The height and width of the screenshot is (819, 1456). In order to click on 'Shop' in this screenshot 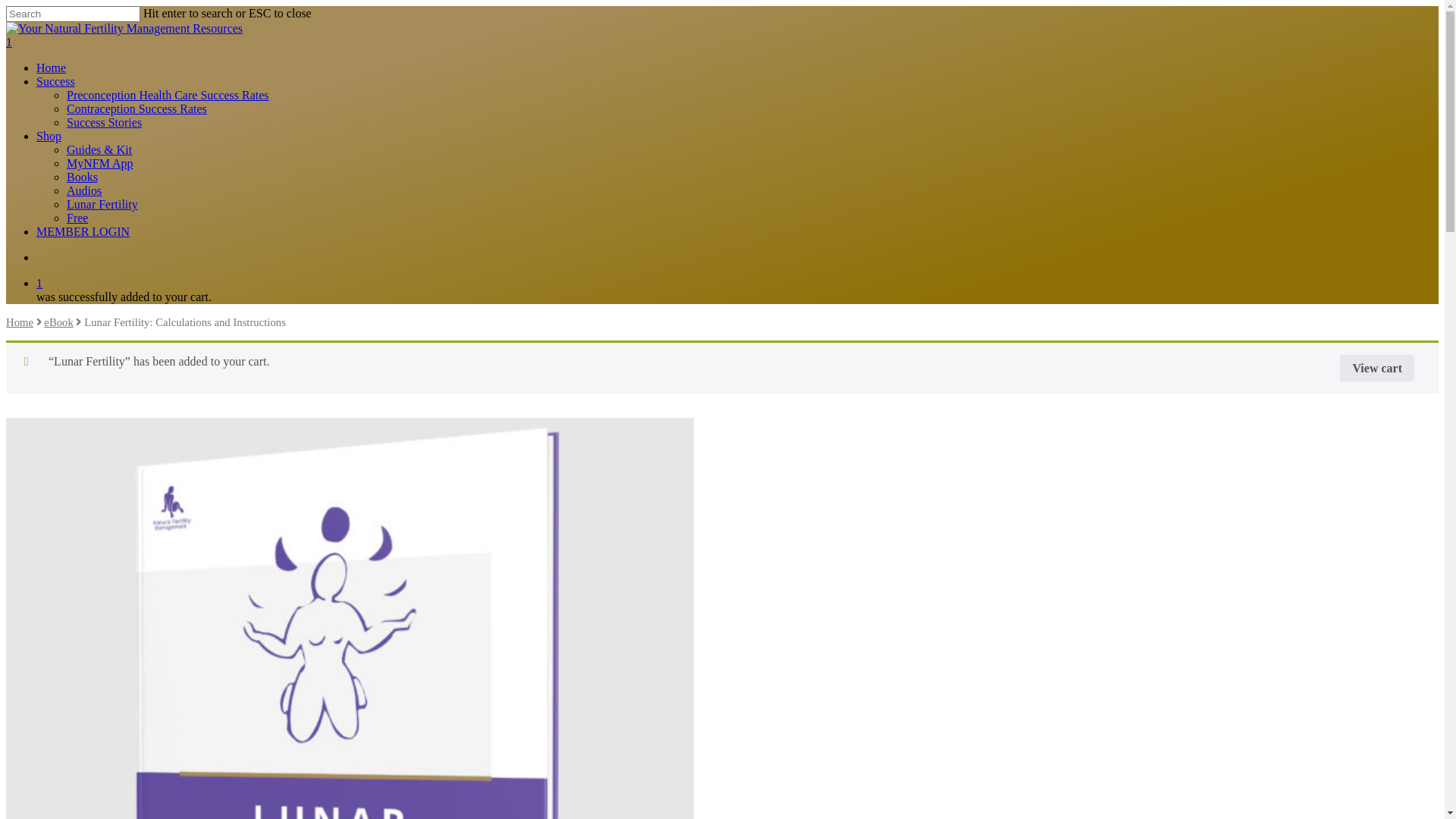, I will do `click(49, 135)`.